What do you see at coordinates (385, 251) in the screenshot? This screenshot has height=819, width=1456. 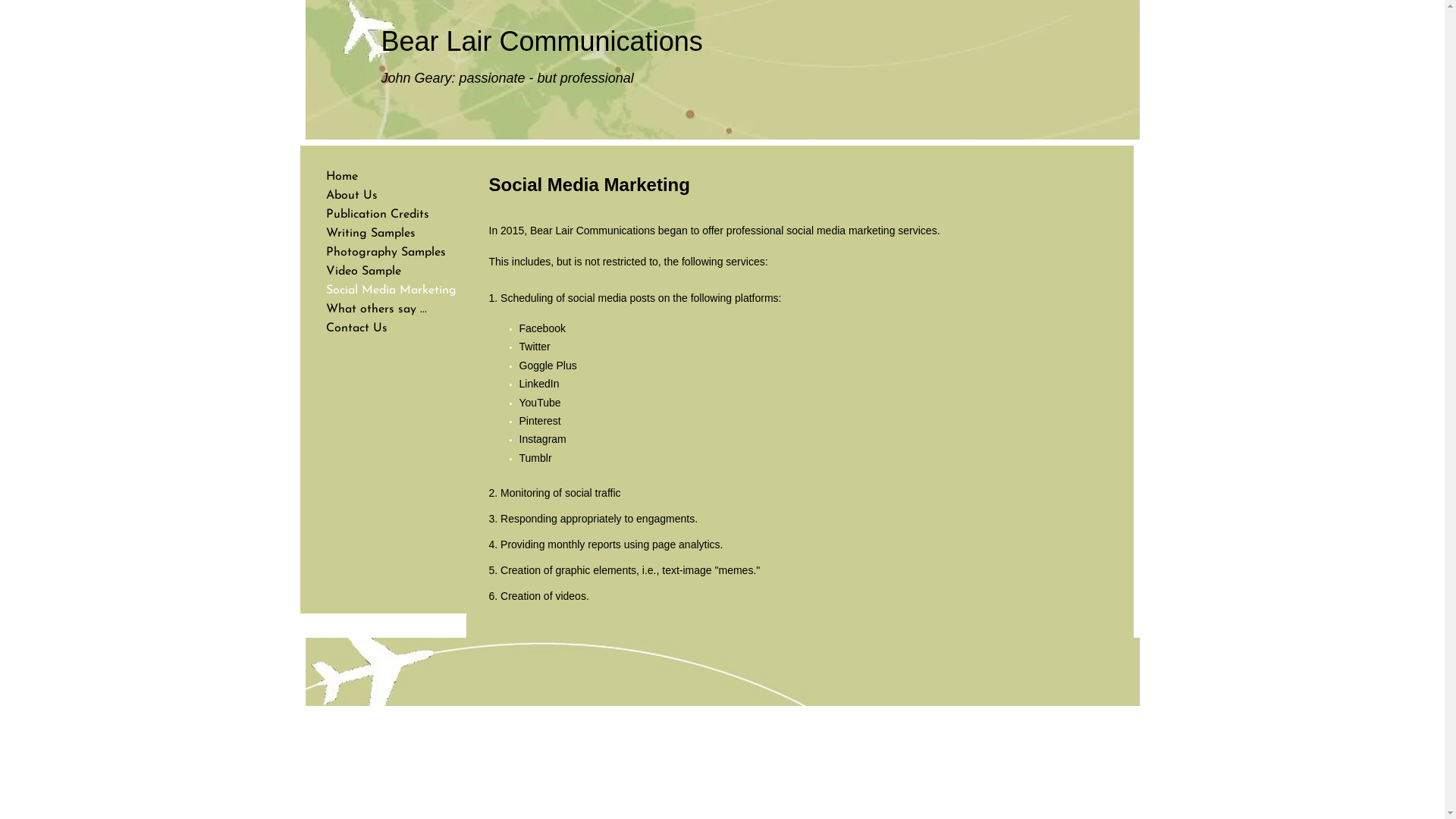 I see `'Photography Samples'` at bounding box center [385, 251].